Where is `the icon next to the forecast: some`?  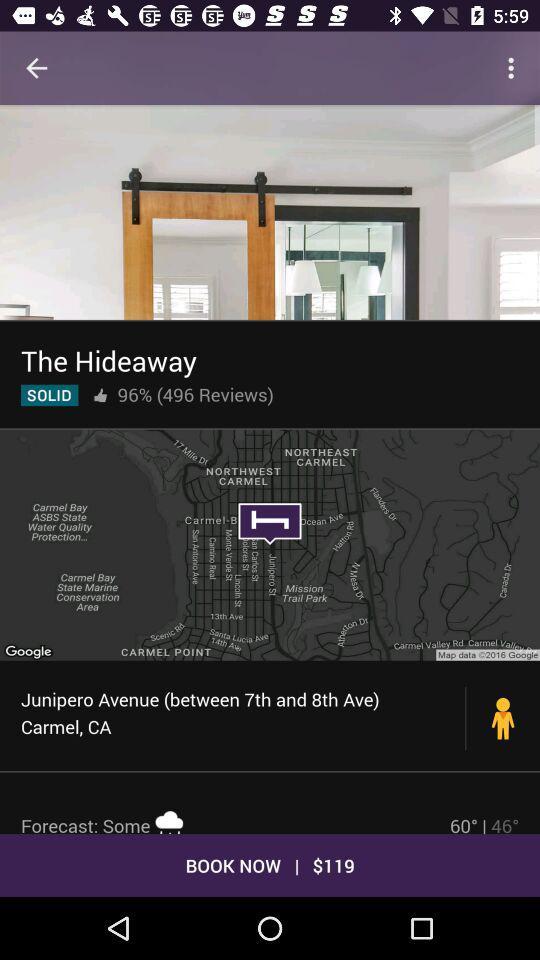
the icon next to the forecast: some is located at coordinates (483, 823).